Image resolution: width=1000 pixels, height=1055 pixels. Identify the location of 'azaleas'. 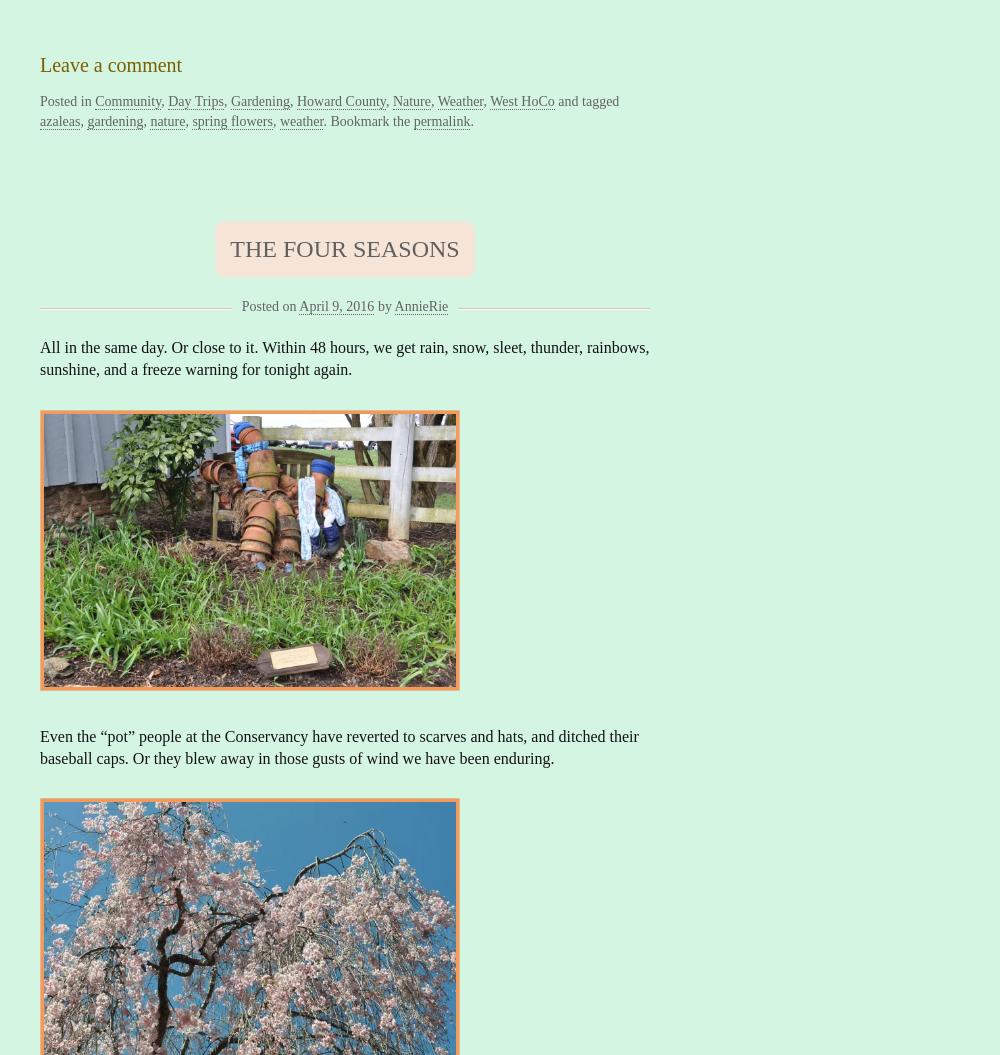
(60, 120).